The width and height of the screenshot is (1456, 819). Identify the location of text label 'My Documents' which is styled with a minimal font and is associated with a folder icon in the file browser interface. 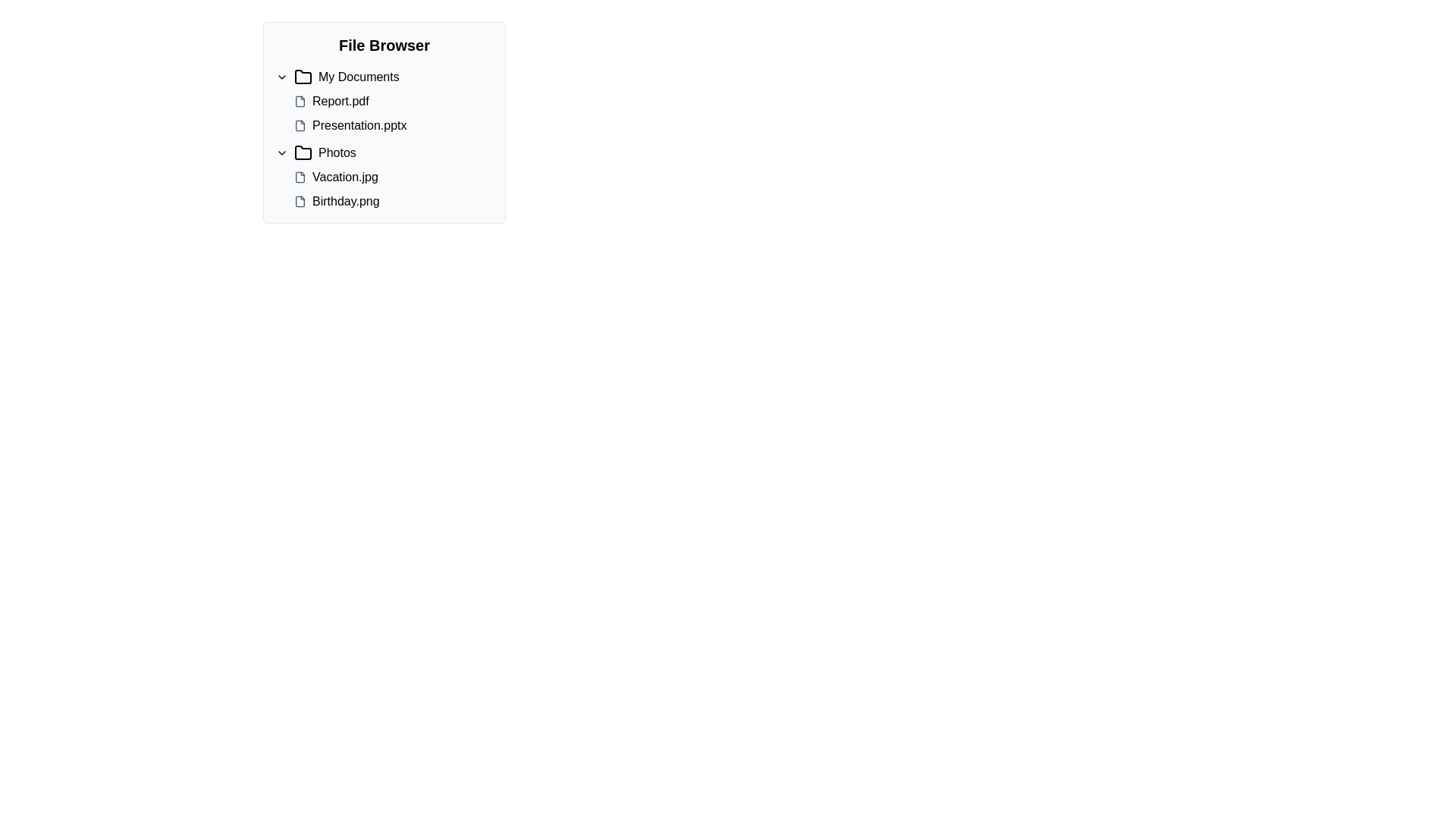
(358, 77).